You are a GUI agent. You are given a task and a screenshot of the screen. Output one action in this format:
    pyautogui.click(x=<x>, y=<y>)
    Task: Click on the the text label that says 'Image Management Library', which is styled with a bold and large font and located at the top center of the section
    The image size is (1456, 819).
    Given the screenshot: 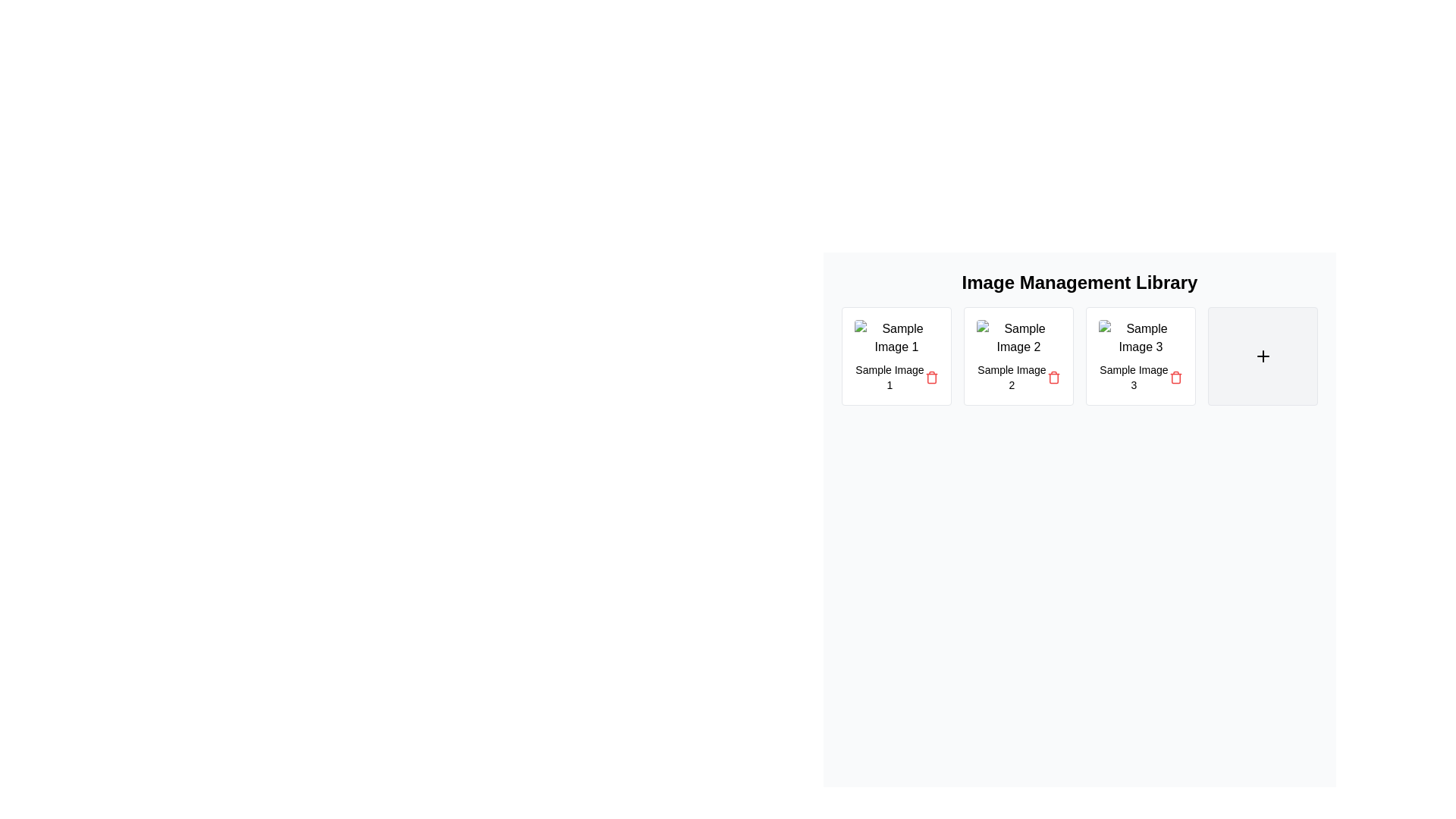 What is the action you would take?
    pyautogui.click(x=1079, y=283)
    